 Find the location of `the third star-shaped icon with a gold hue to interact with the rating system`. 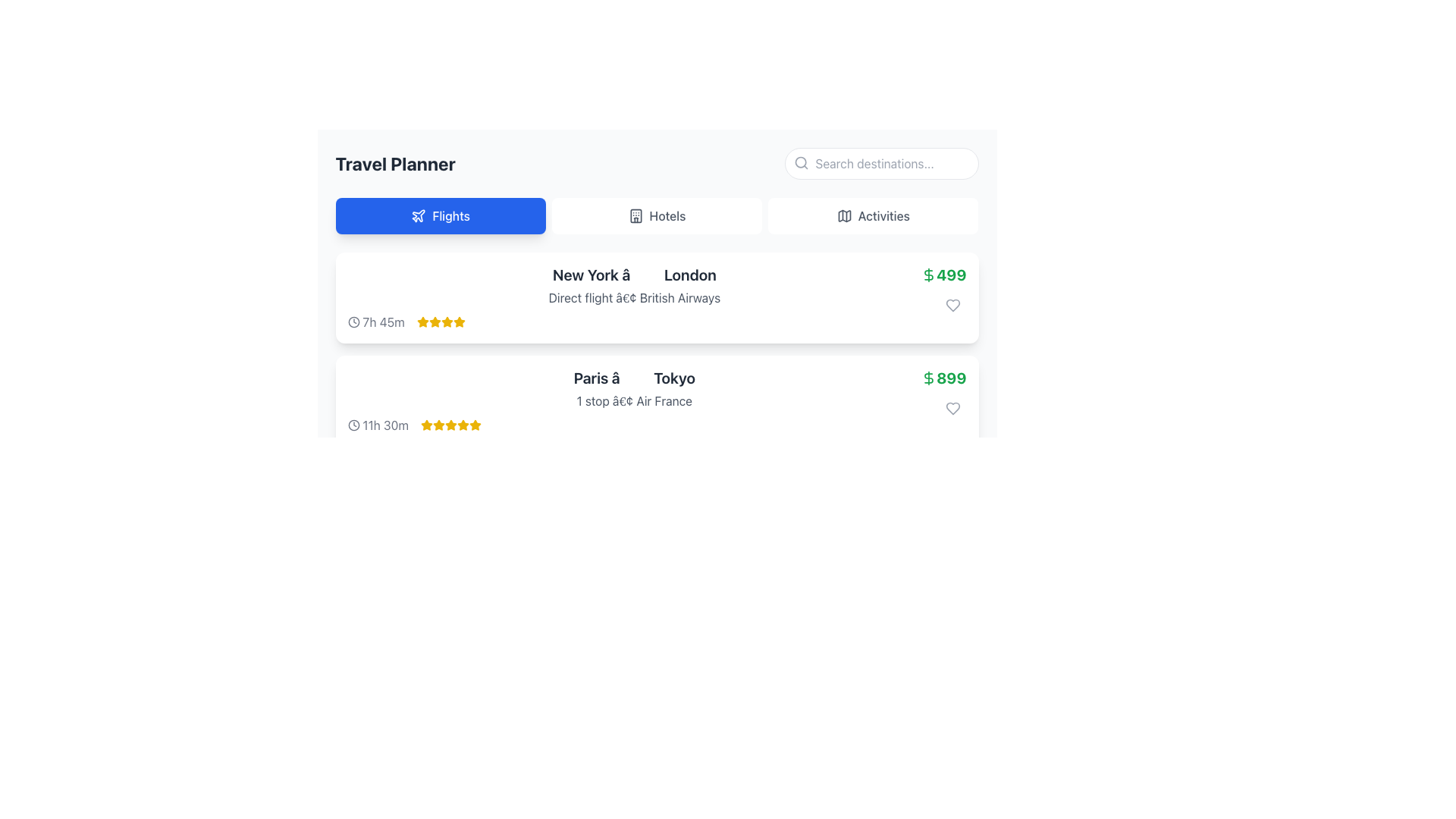

the third star-shaped icon with a gold hue to interact with the rating system is located at coordinates (438, 425).